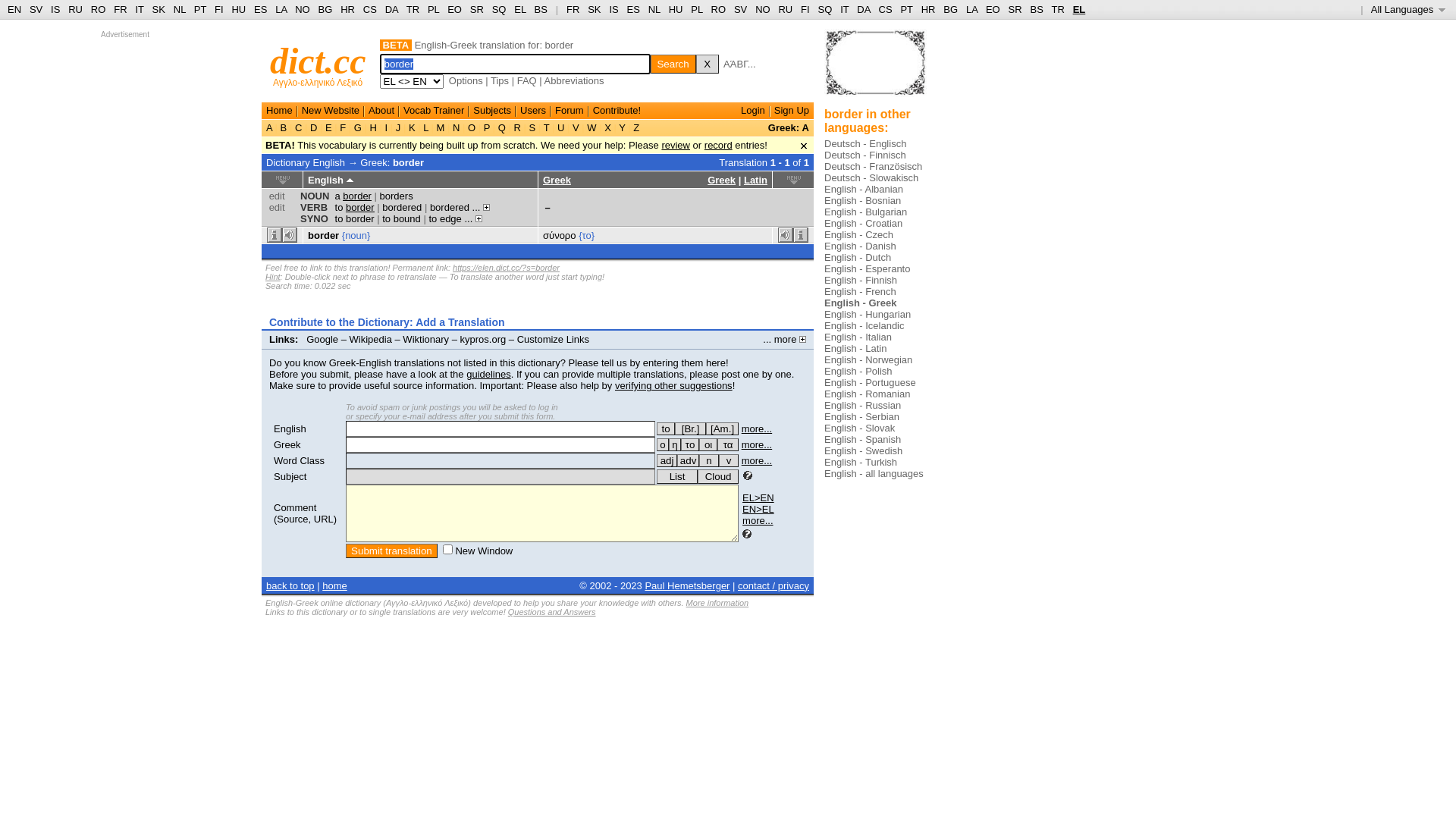 This screenshot has width=1456, height=819. What do you see at coordinates (630, 127) in the screenshot?
I see `'Z'` at bounding box center [630, 127].